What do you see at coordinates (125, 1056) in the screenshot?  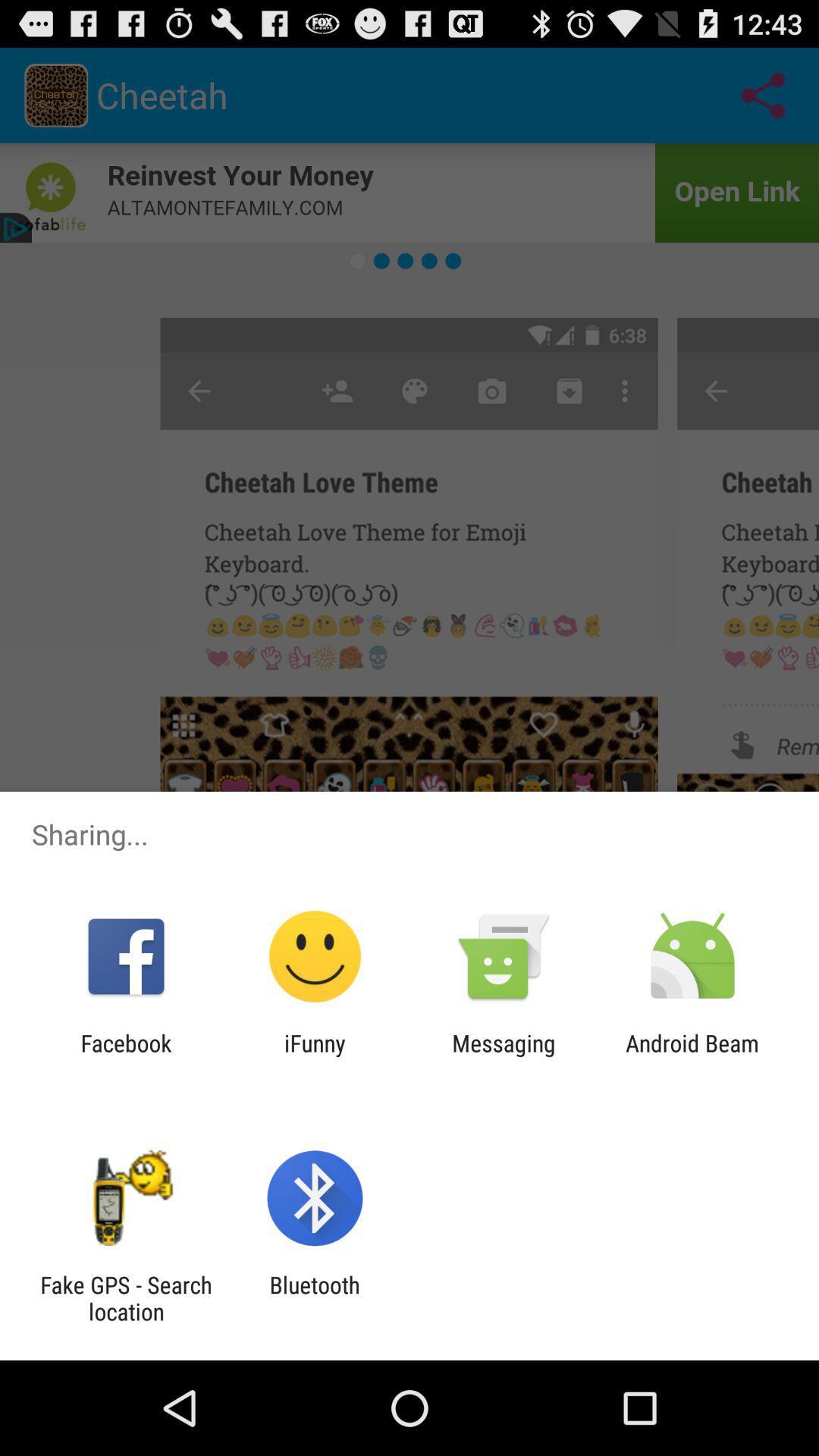 I see `facebook icon` at bounding box center [125, 1056].